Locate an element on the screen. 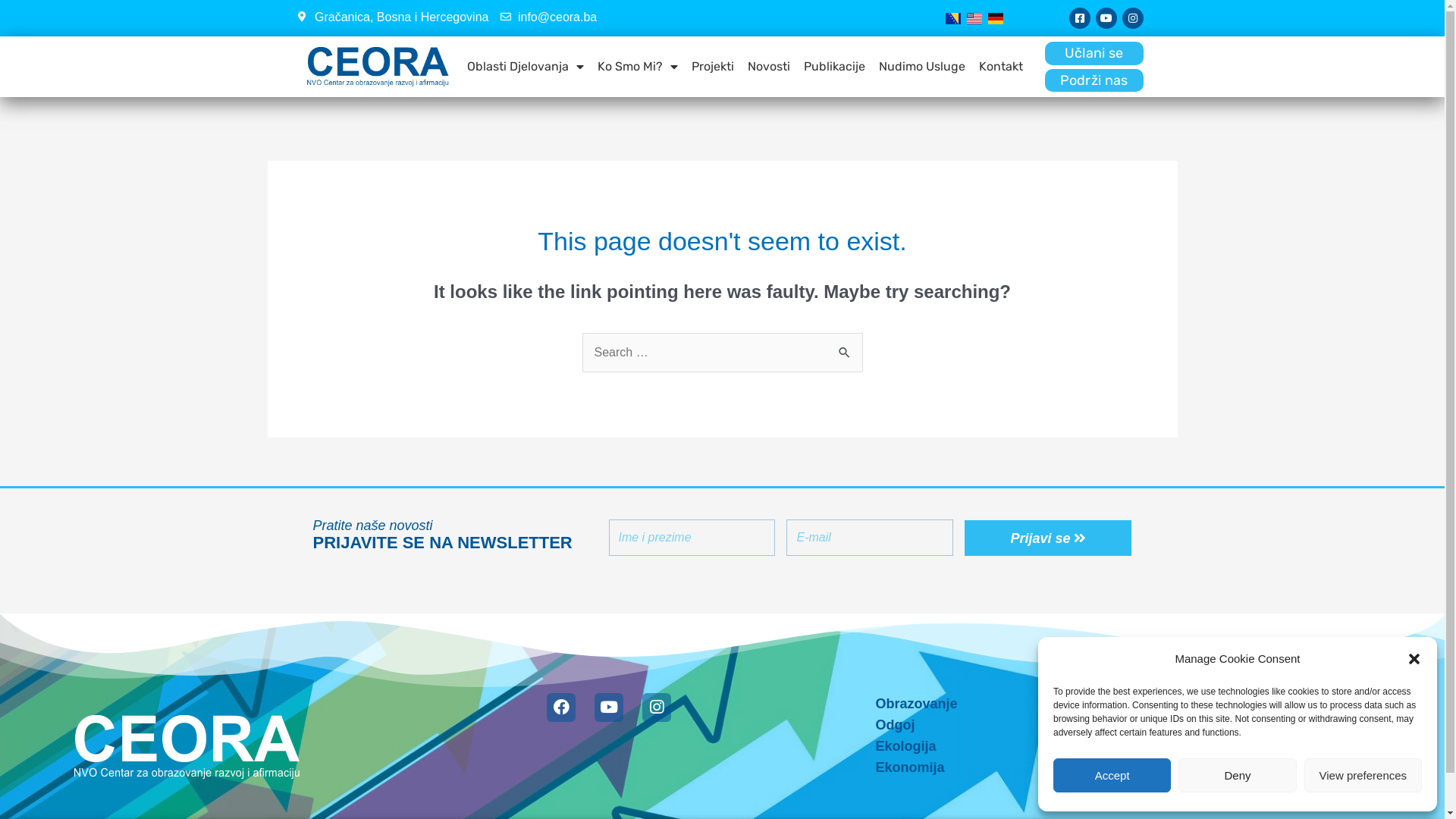 The image size is (1456, 819). 'View preferences' is located at coordinates (1363, 775).